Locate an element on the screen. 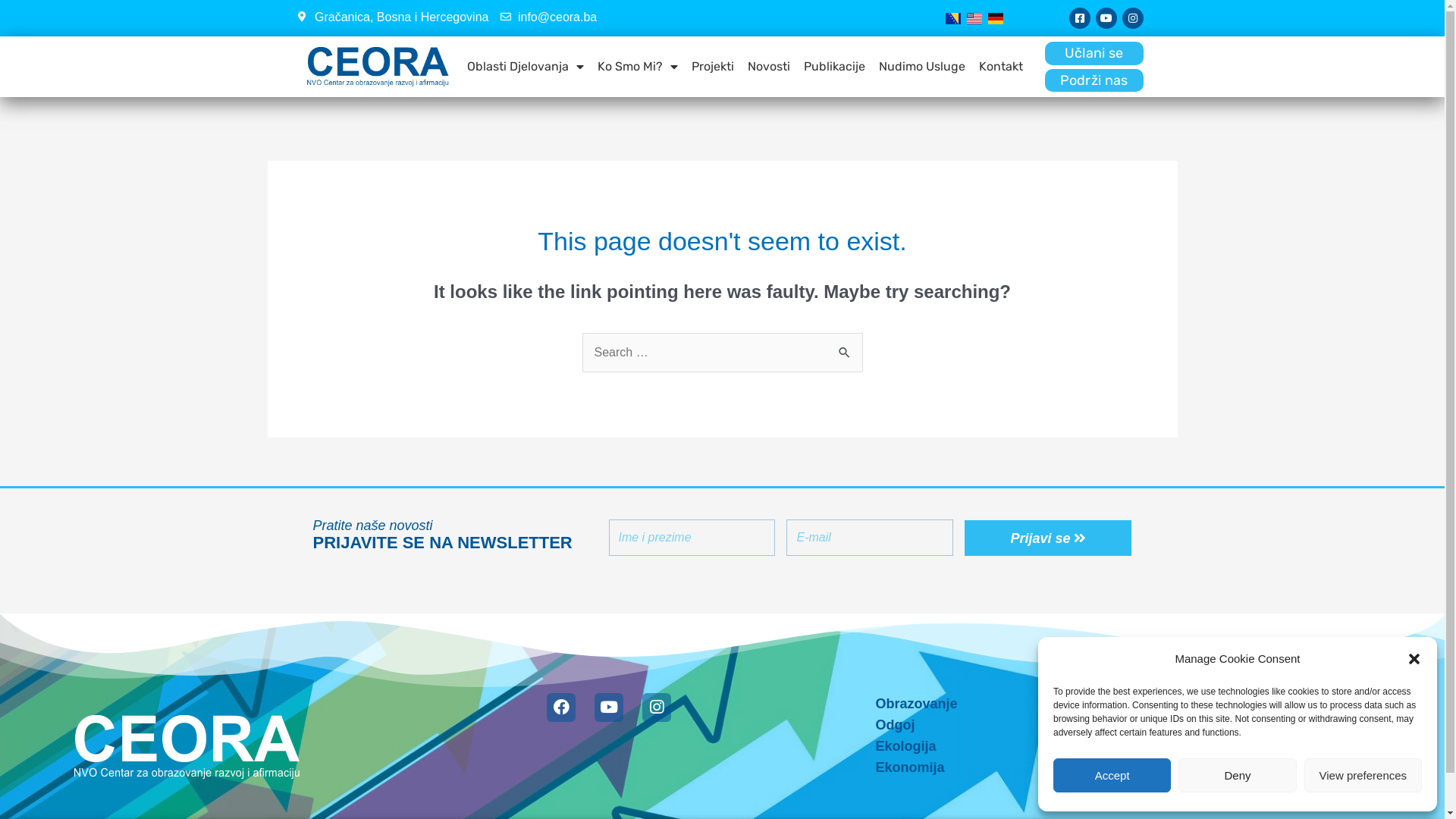 The image size is (1456, 819). 'View preferences' is located at coordinates (1363, 775).